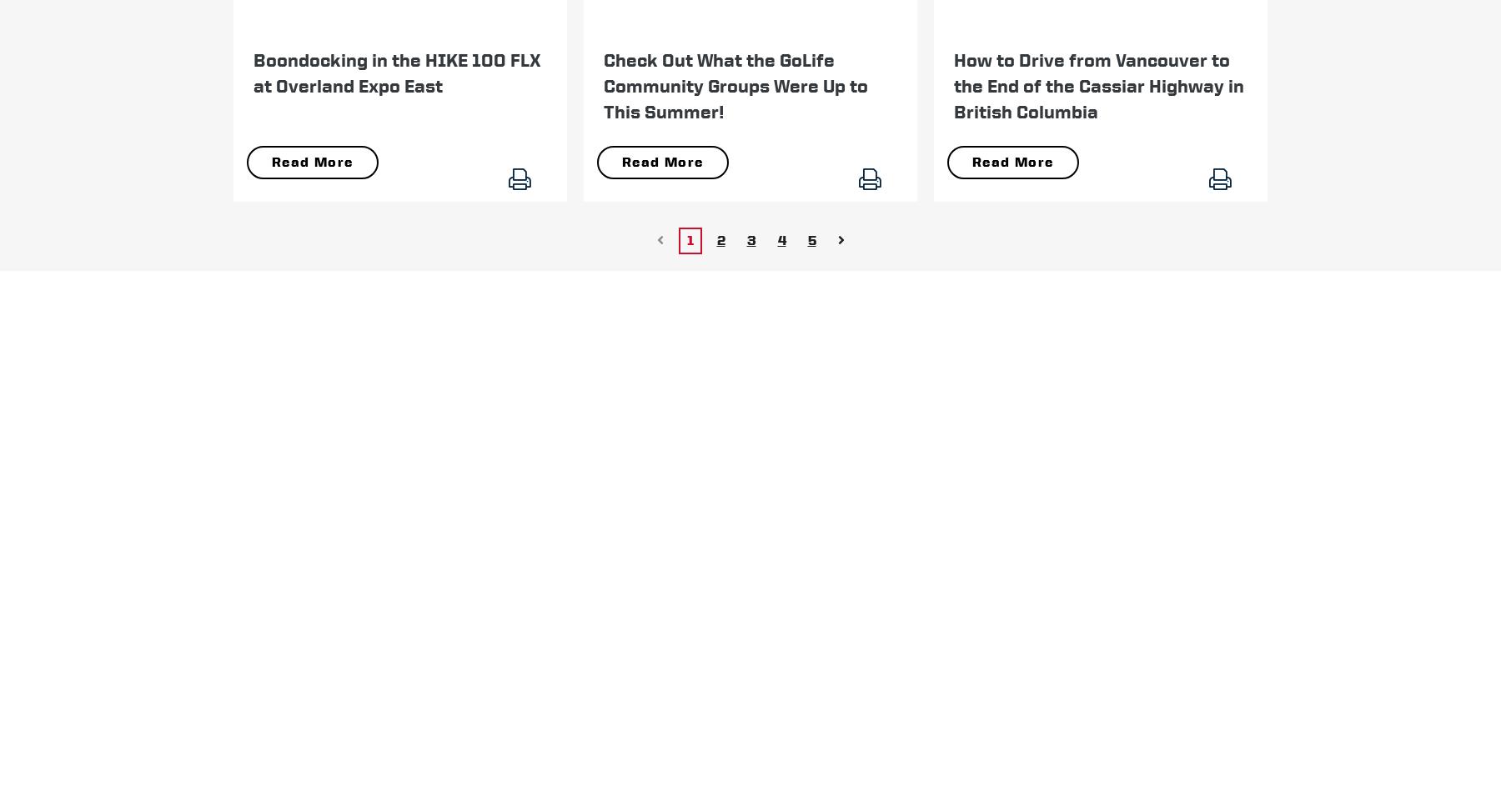  What do you see at coordinates (305, 479) in the screenshot?
I see `'.'` at bounding box center [305, 479].